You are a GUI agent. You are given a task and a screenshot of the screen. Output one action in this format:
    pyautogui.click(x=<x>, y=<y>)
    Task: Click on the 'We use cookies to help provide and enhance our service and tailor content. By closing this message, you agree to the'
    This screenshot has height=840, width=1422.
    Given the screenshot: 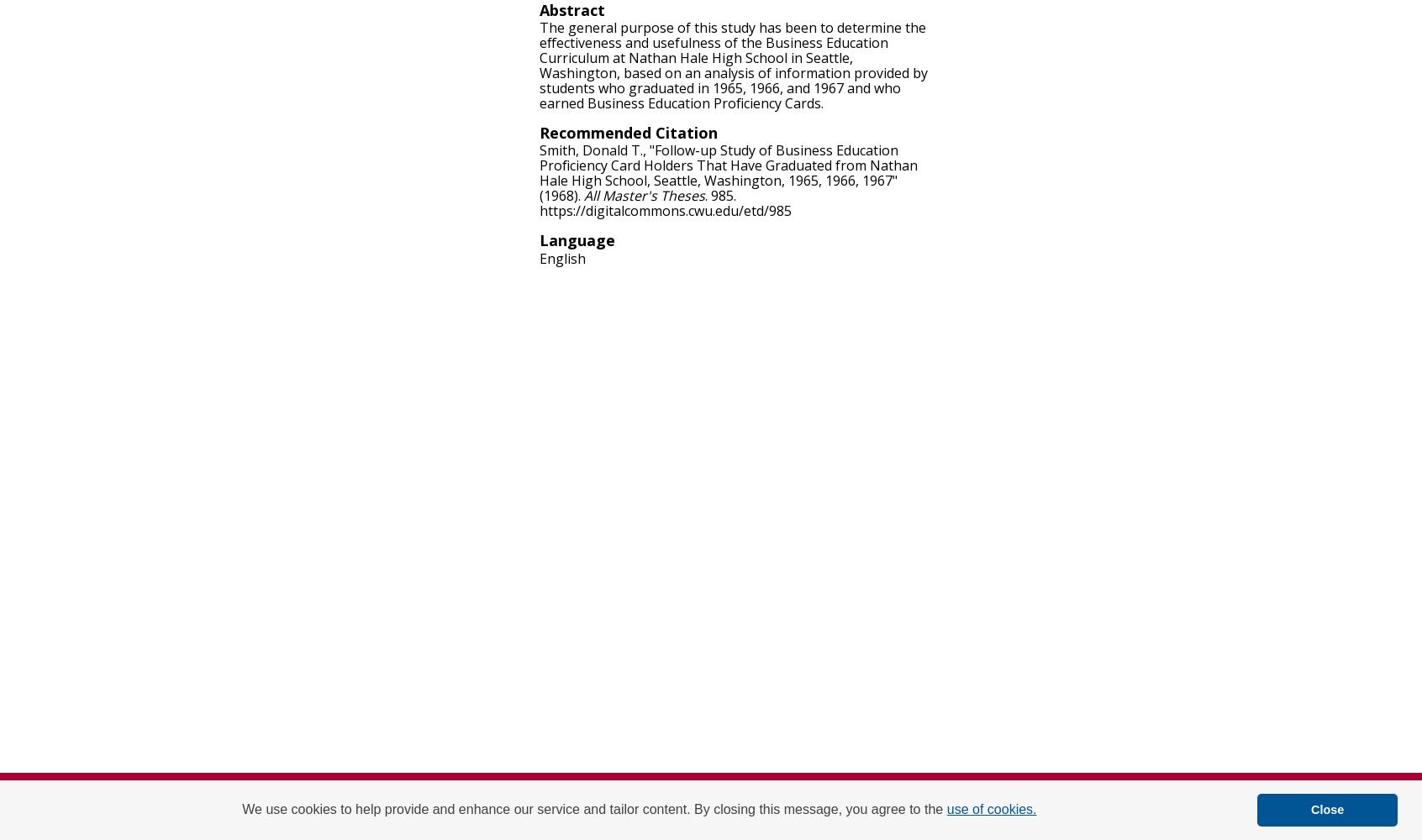 What is the action you would take?
    pyautogui.click(x=592, y=808)
    